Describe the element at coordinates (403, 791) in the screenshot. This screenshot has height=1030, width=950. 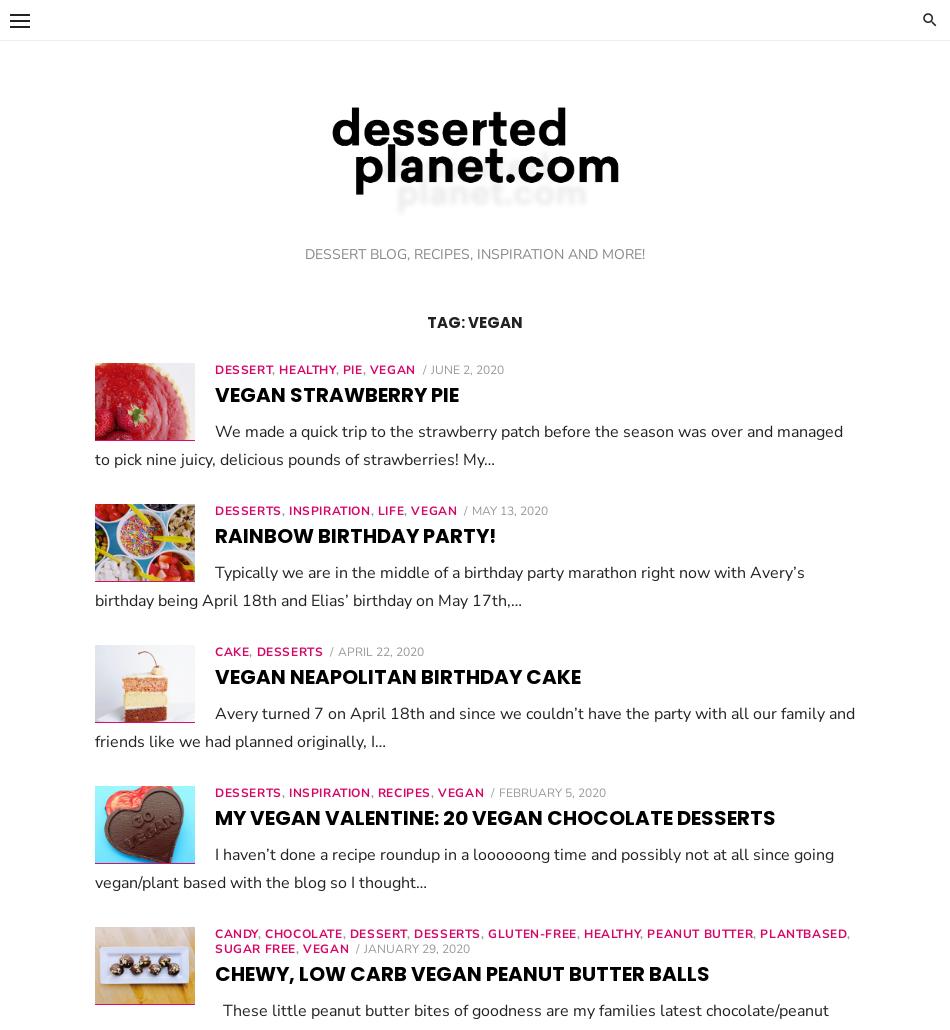
I see `'Recipes'` at that location.